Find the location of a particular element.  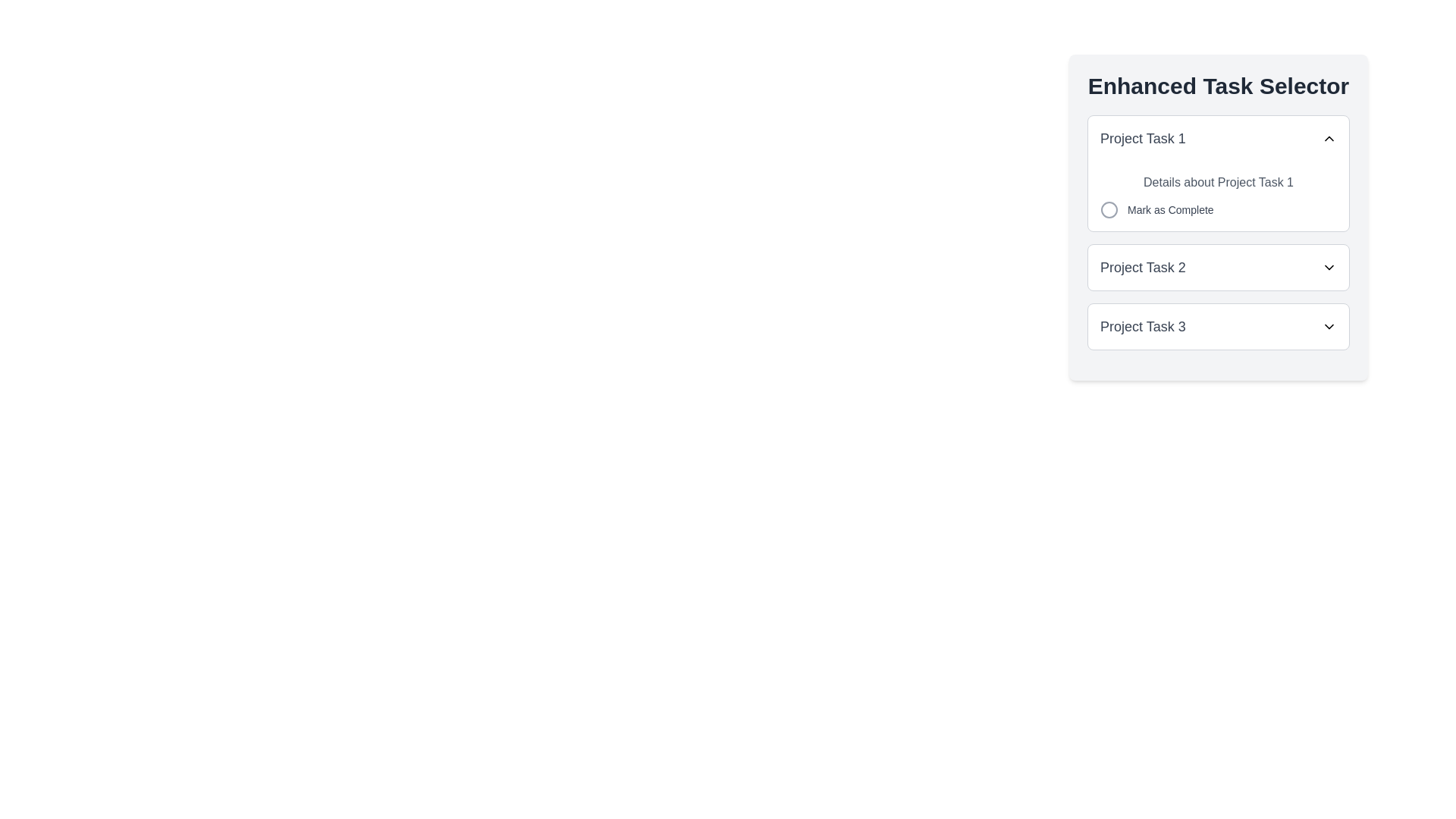

the 'Project Task 1' segment is located at coordinates (1219, 233).